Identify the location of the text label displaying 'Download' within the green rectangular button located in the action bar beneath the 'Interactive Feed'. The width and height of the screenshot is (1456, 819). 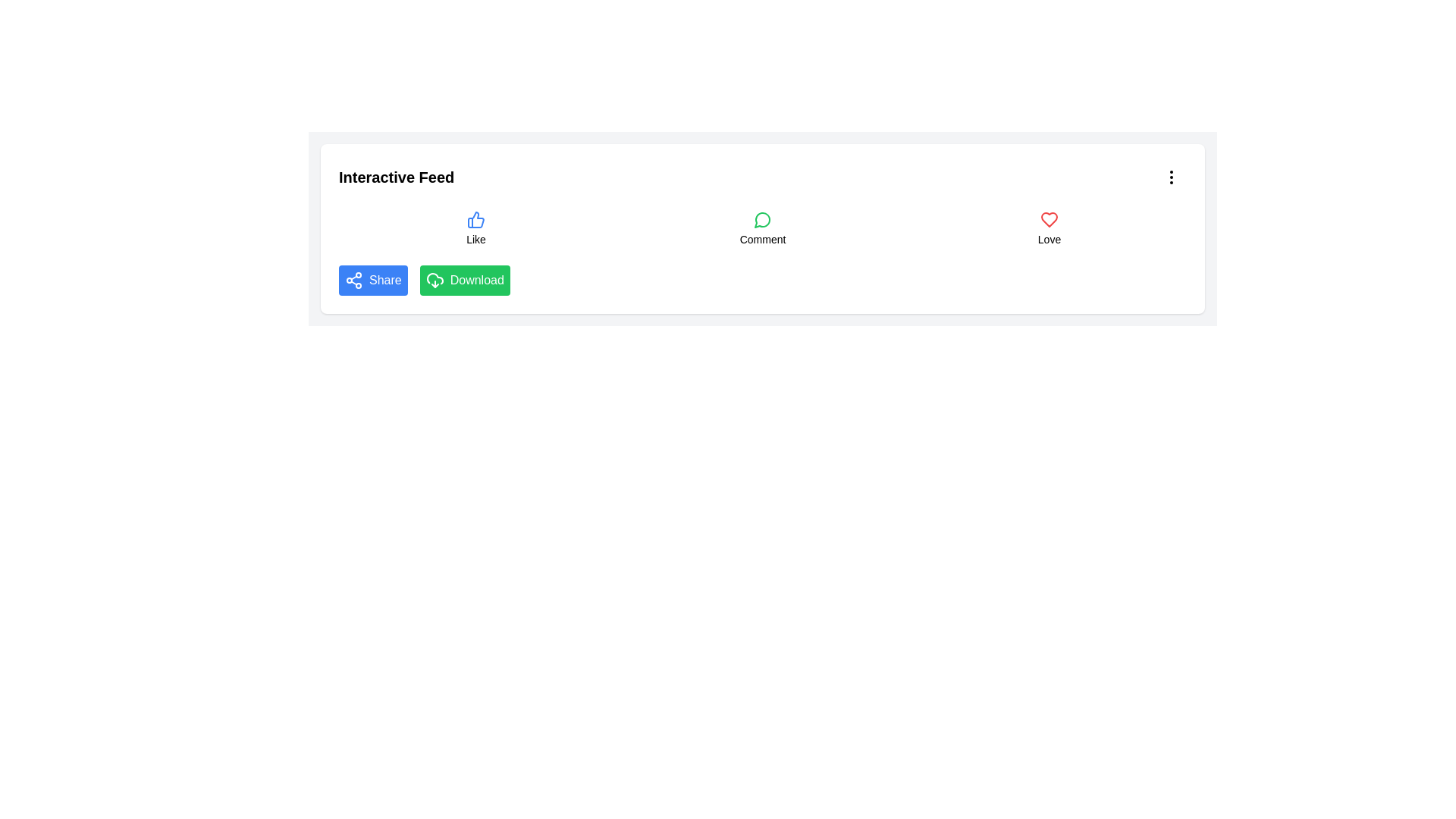
(476, 281).